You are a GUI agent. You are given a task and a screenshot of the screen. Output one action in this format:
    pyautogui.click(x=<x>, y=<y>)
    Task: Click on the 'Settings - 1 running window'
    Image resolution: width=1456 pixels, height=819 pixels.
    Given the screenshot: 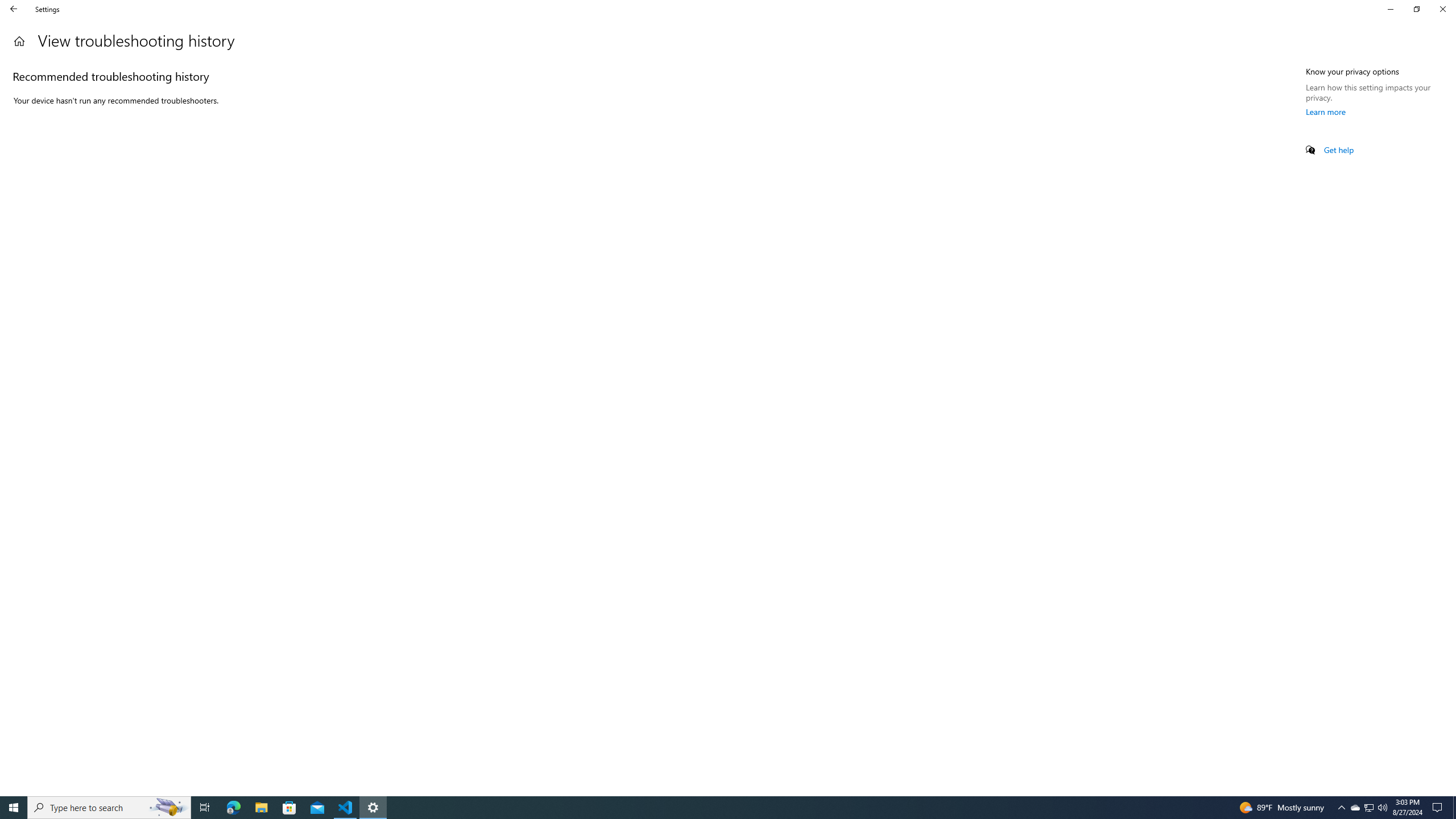 What is the action you would take?
    pyautogui.click(x=373, y=806)
    